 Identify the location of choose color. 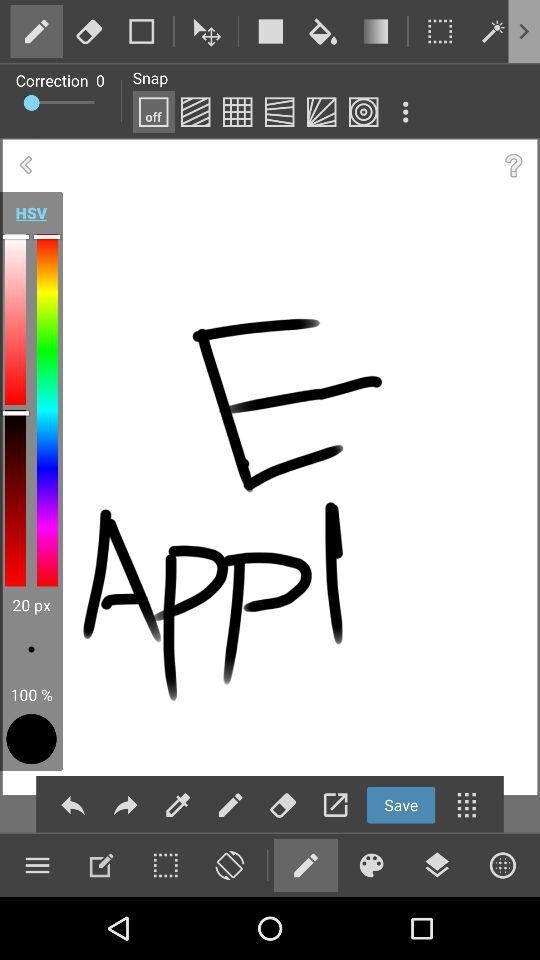
(370, 864).